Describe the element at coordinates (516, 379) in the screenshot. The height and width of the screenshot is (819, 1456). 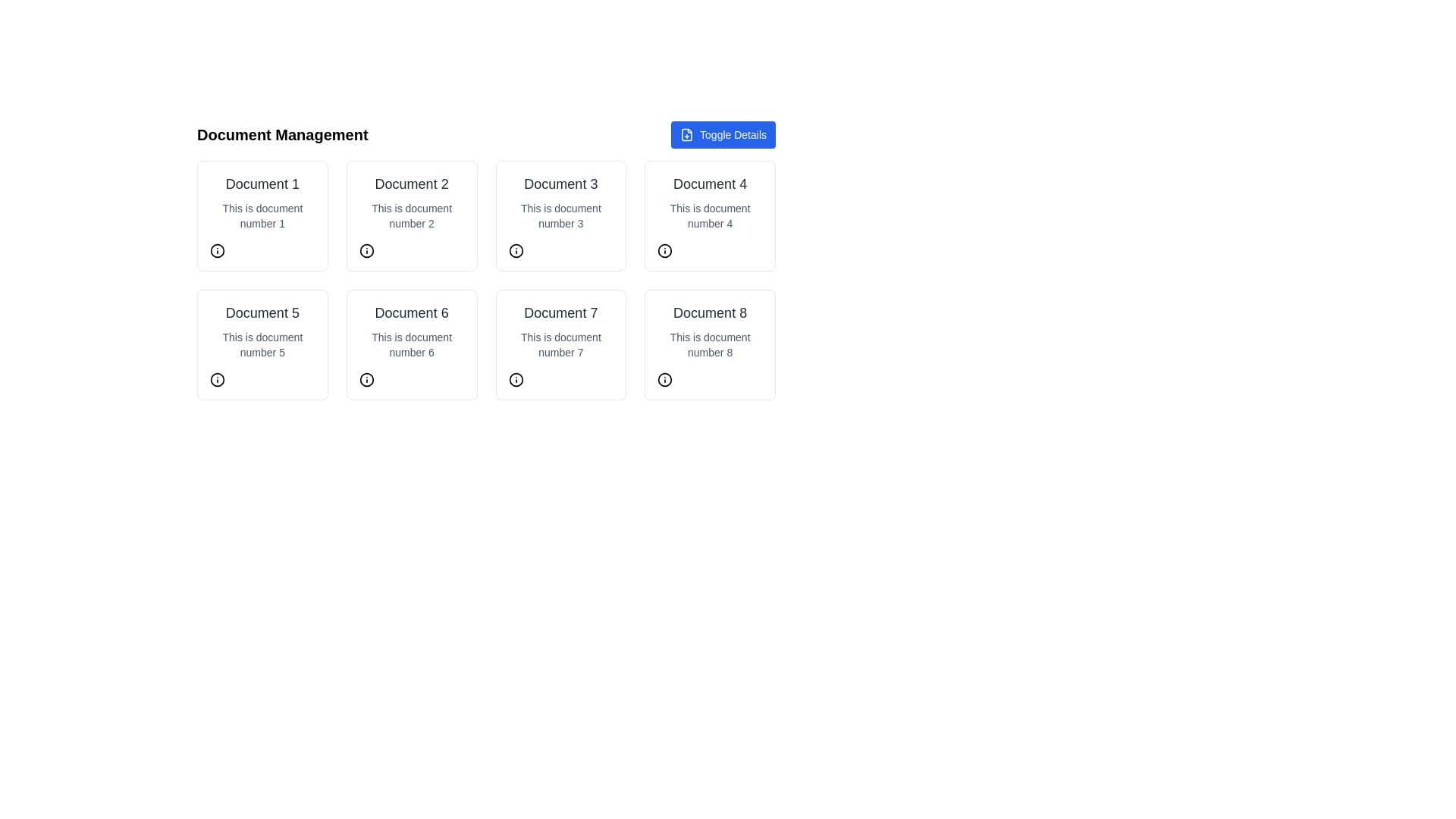
I see `the Info Icon, a circular graphic with a lowercase 'i', located at the bottom-right corner of the 'Document 7' card` at that location.